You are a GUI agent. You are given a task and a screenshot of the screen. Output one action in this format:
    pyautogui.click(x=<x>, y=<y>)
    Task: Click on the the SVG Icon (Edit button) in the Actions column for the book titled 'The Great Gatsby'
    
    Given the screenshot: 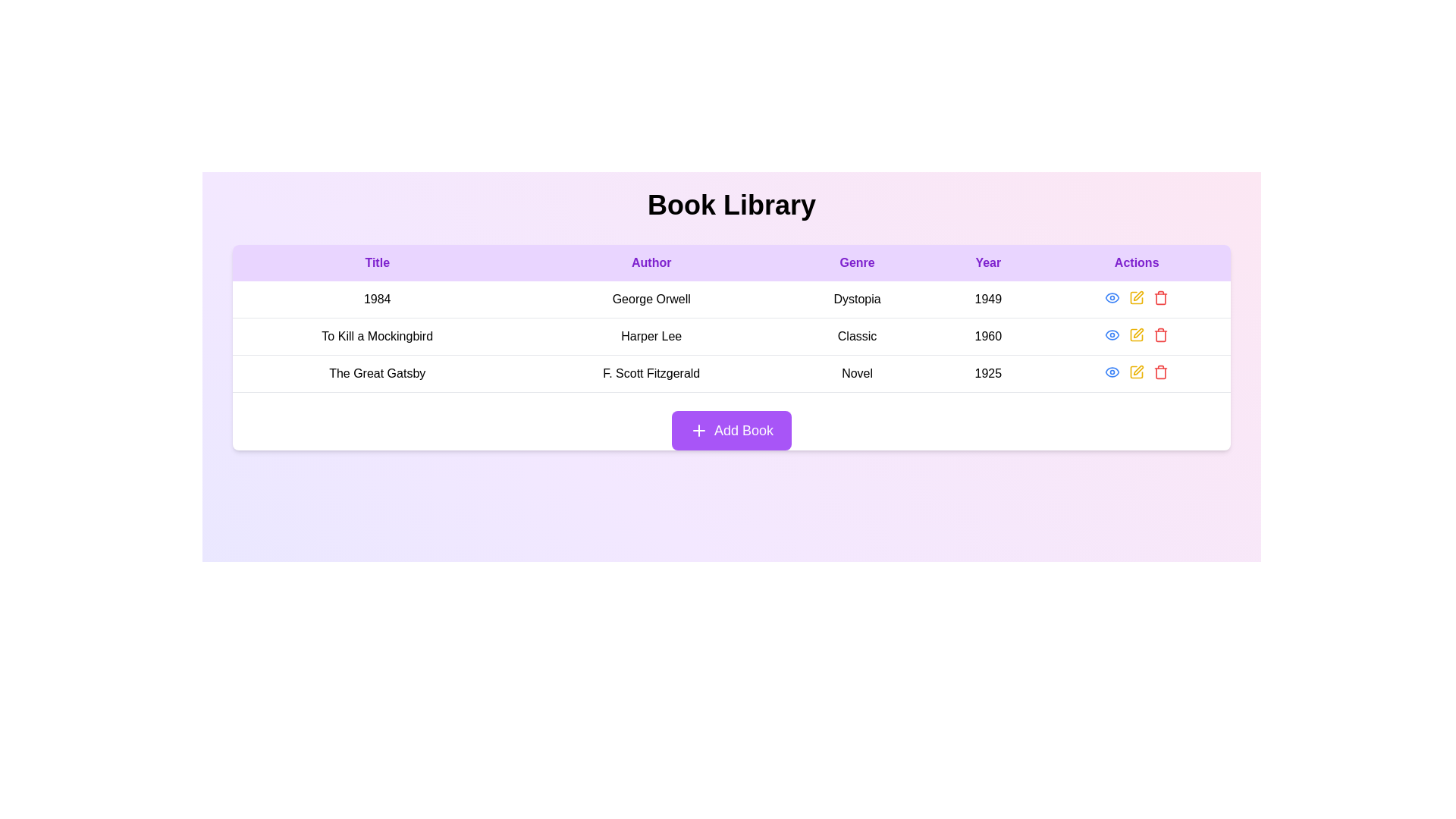 What is the action you would take?
    pyautogui.click(x=1137, y=372)
    